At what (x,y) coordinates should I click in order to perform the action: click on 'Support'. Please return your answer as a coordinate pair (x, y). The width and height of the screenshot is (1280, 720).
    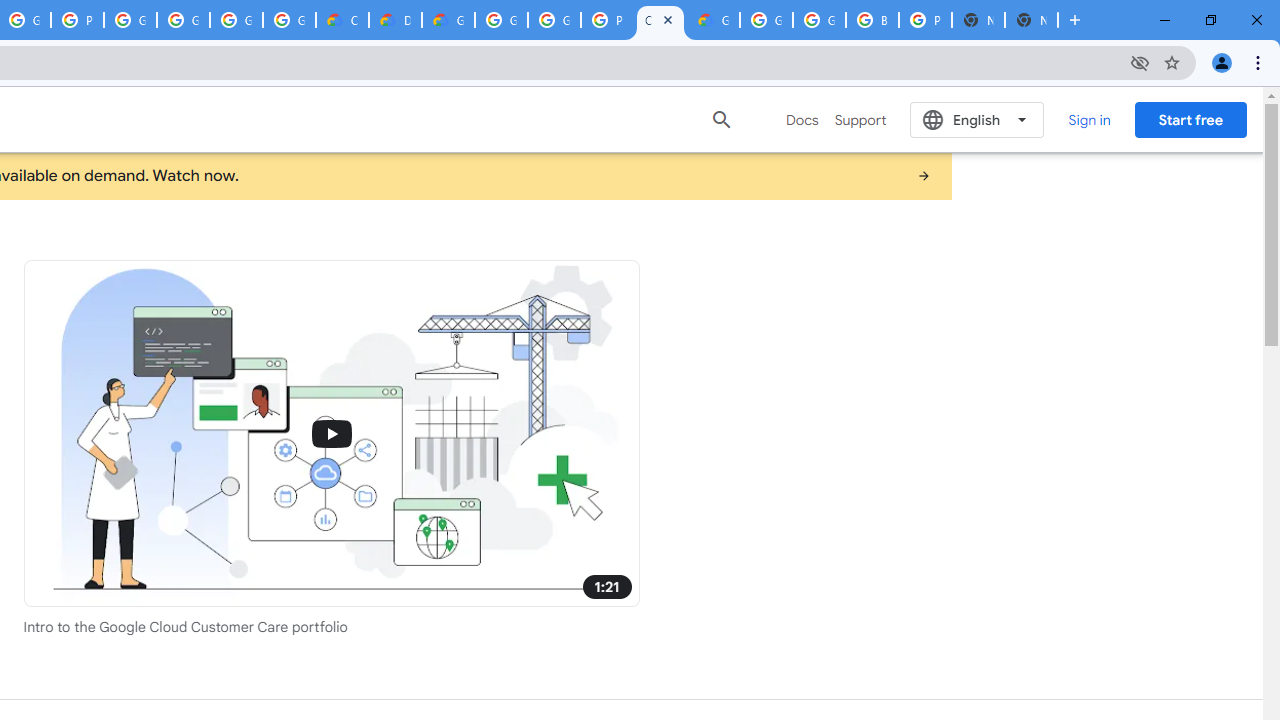
    Looking at the image, I should click on (860, 119).